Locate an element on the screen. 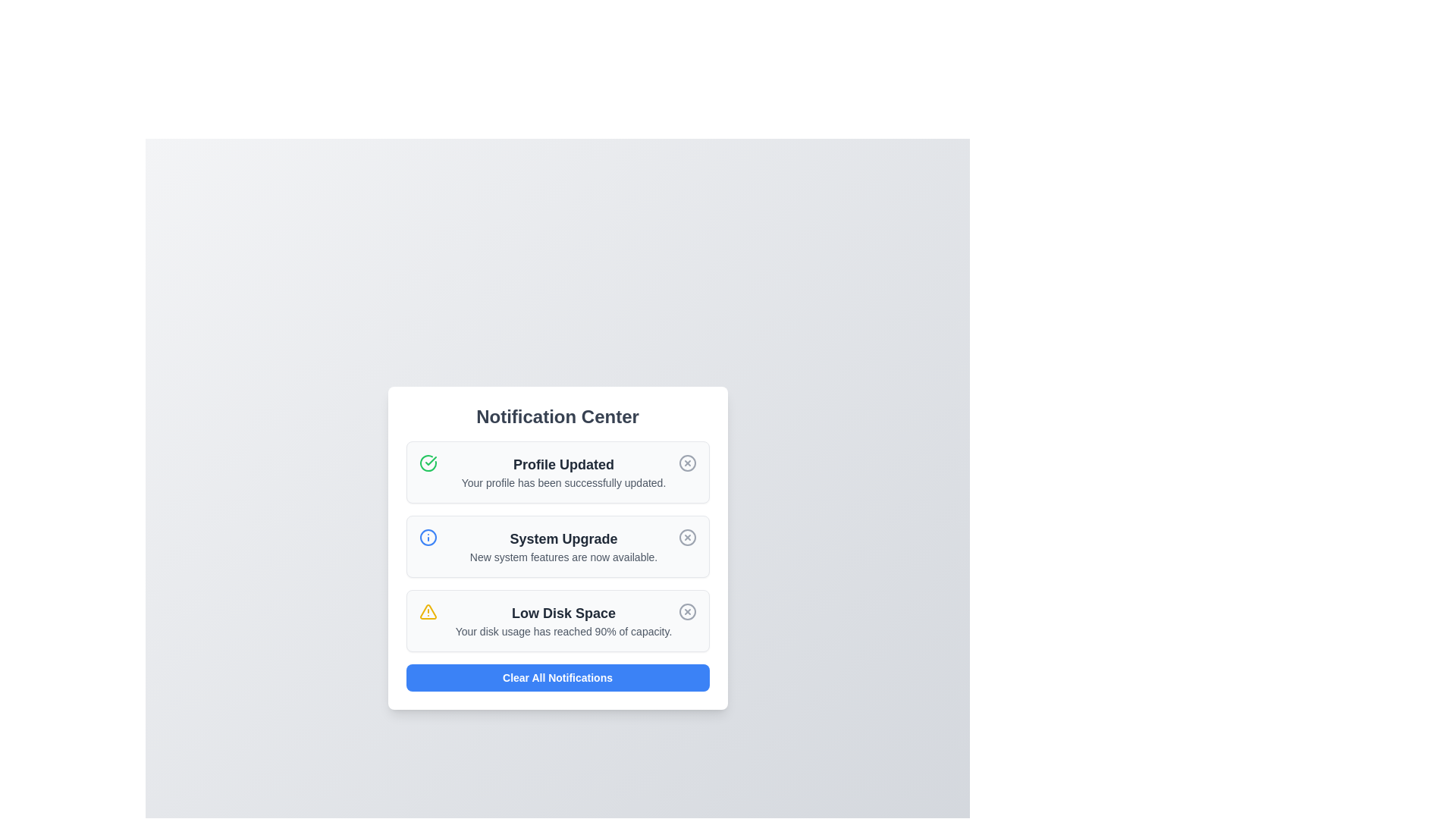 This screenshot has width=1456, height=819. the third notification card in the 'Notification Center' that informs the user about disk space reaching 90% of its capacity is located at coordinates (557, 620).